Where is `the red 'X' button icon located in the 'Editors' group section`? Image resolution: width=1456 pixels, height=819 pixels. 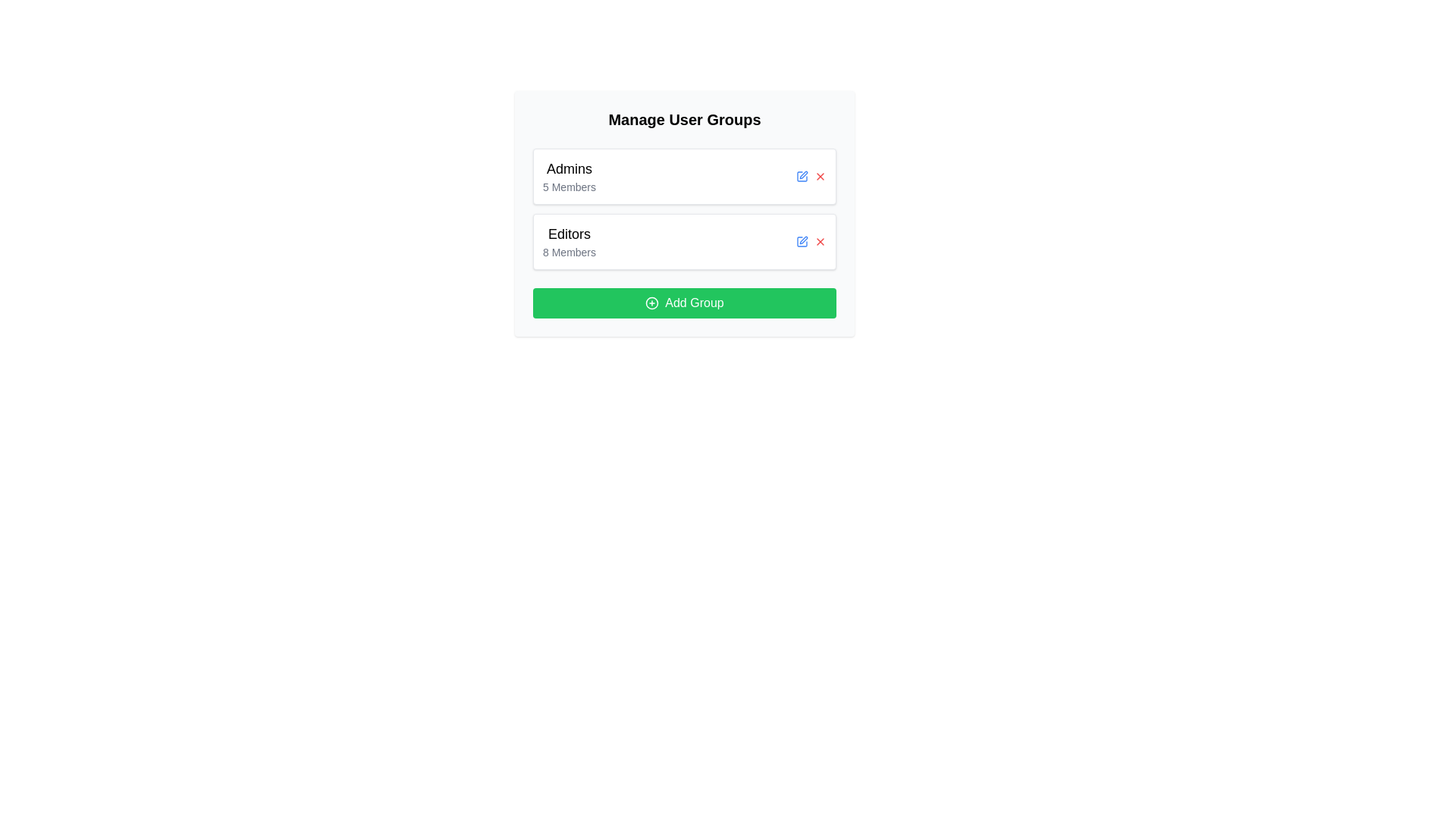
the red 'X' button icon located in the 'Editors' group section is located at coordinates (819, 241).